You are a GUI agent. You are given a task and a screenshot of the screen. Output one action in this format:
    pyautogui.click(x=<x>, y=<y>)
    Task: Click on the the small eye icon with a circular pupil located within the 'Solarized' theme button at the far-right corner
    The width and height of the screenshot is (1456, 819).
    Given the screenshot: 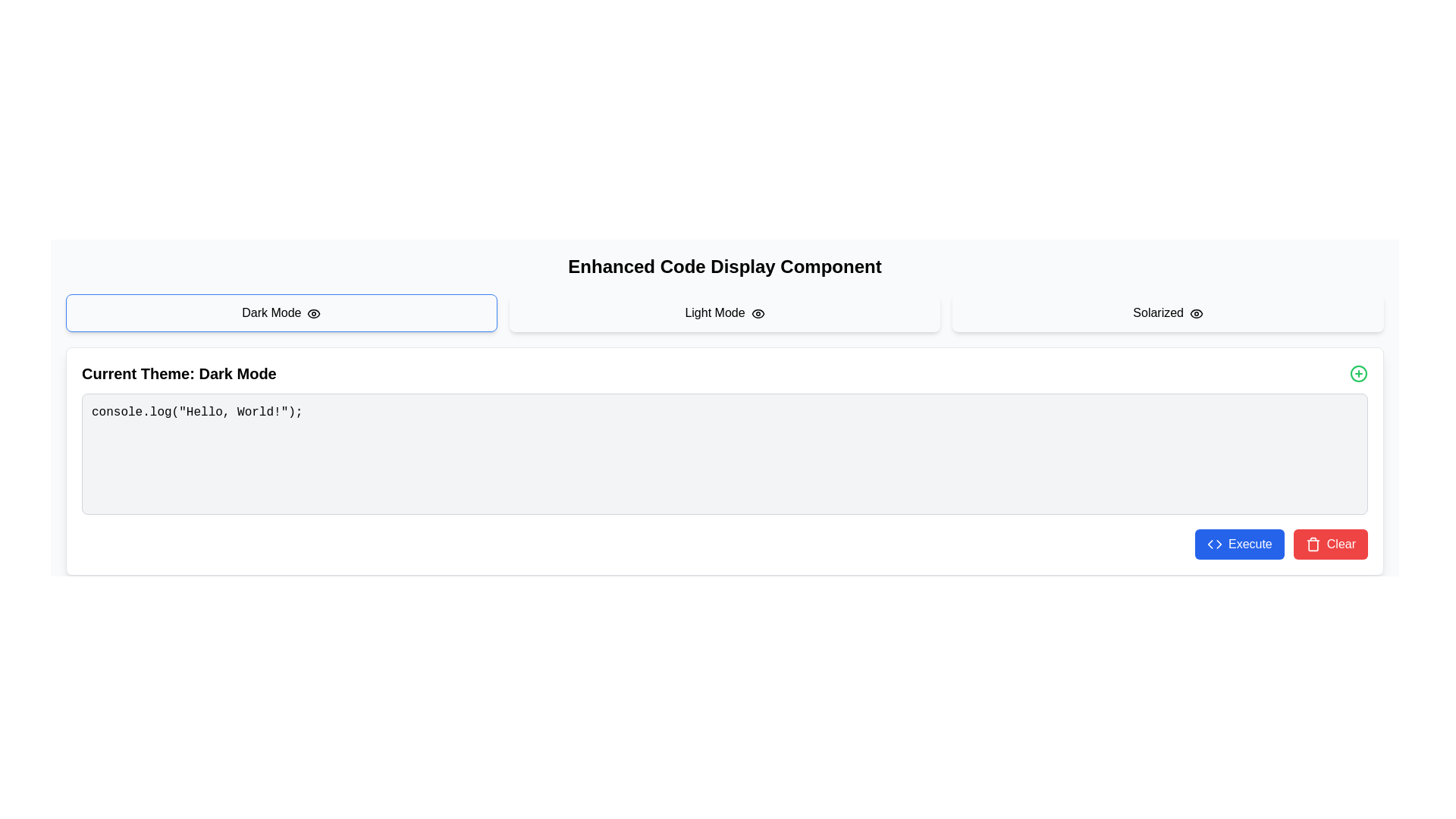 What is the action you would take?
    pyautogui.click(x=1196, y=312)
    